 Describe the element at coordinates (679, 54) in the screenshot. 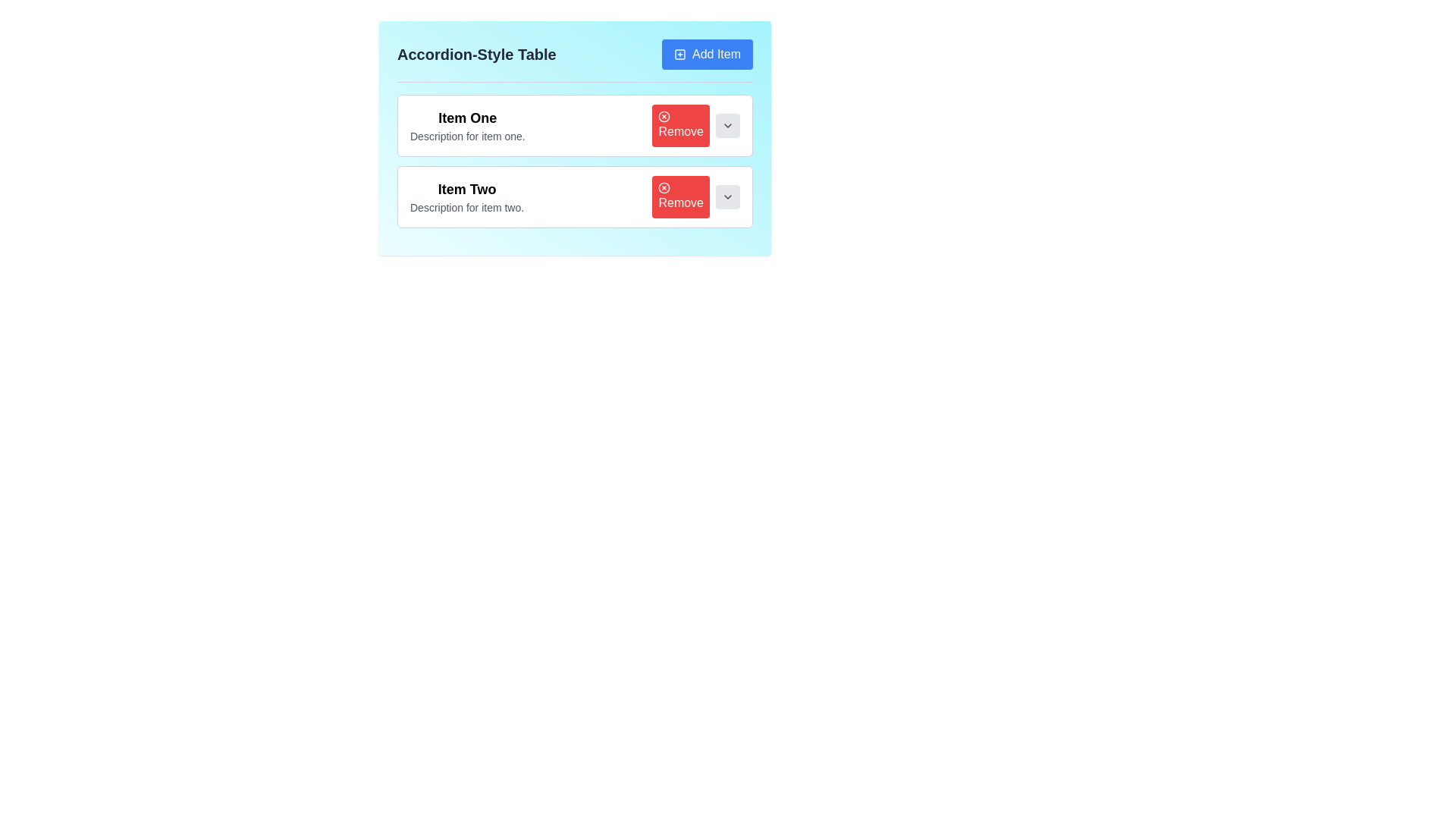

I see `the 'Add' action icon located to the left of the 'Add Item' button in the upper-right section of the interface` at that location.